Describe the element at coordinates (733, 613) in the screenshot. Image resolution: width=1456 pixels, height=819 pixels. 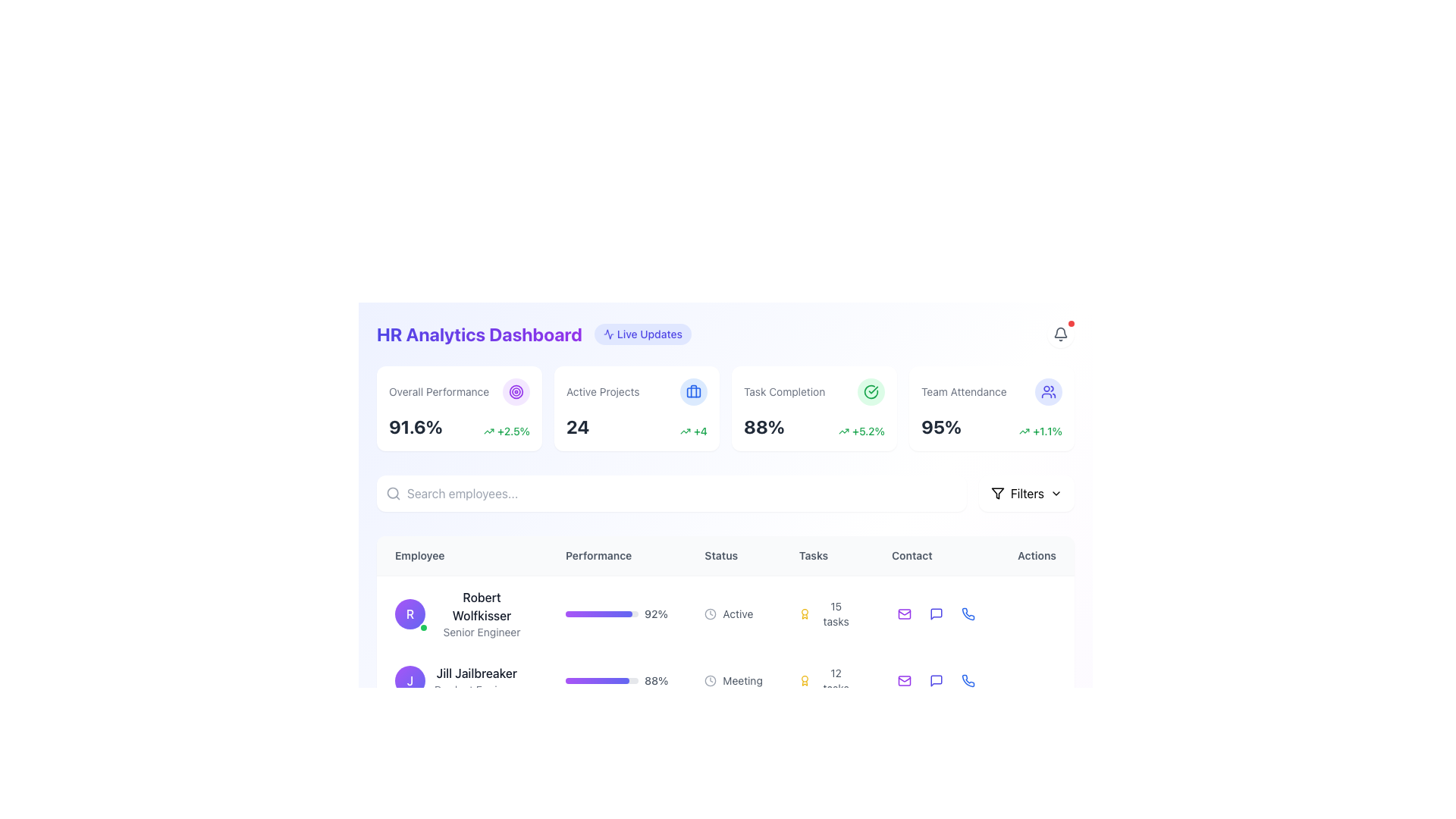
I see `status from the status indicator label for the employee 'Robert Wolfkisser' located in the 4th column of the table` at that location.